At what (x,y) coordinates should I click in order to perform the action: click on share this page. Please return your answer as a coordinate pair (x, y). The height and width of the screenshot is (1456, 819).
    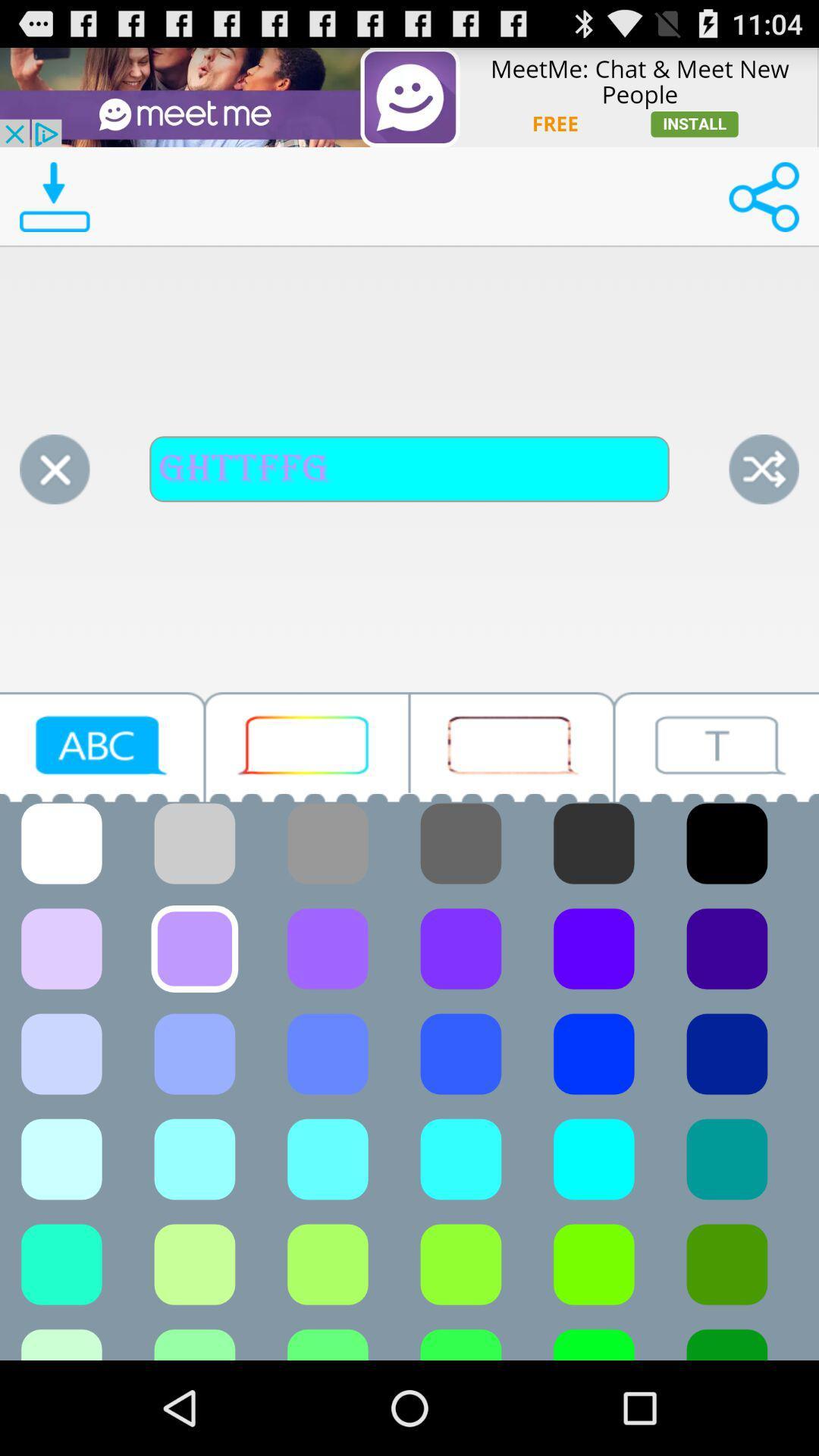
    Looking at the image, I should click on (764, 196).